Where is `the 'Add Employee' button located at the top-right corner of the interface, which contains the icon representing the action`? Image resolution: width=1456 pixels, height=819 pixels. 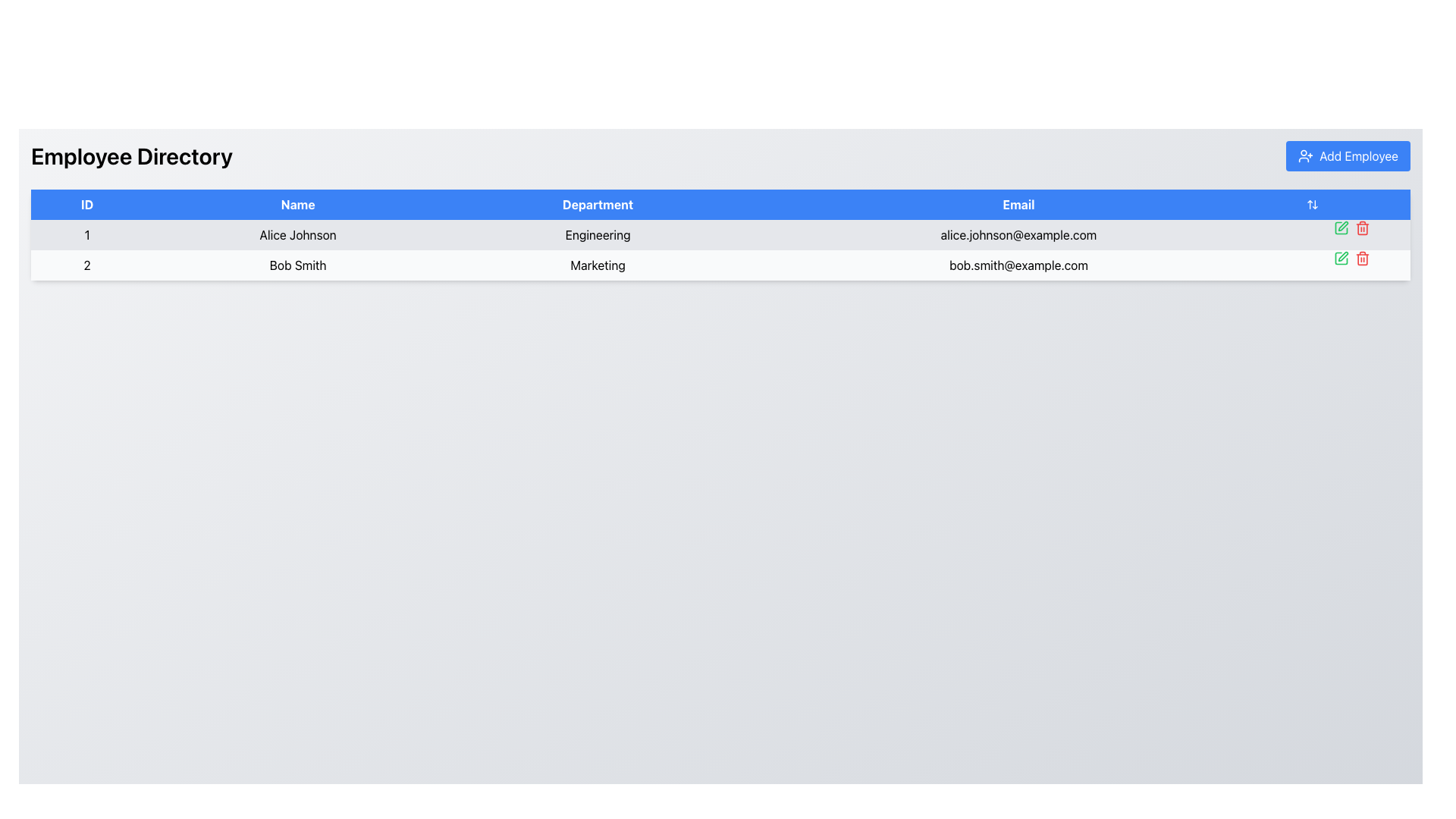
the 'Add Employee' button located at the top-right corner of the interface, which contains the icon representing the action is located at coordinates (1305, 155).